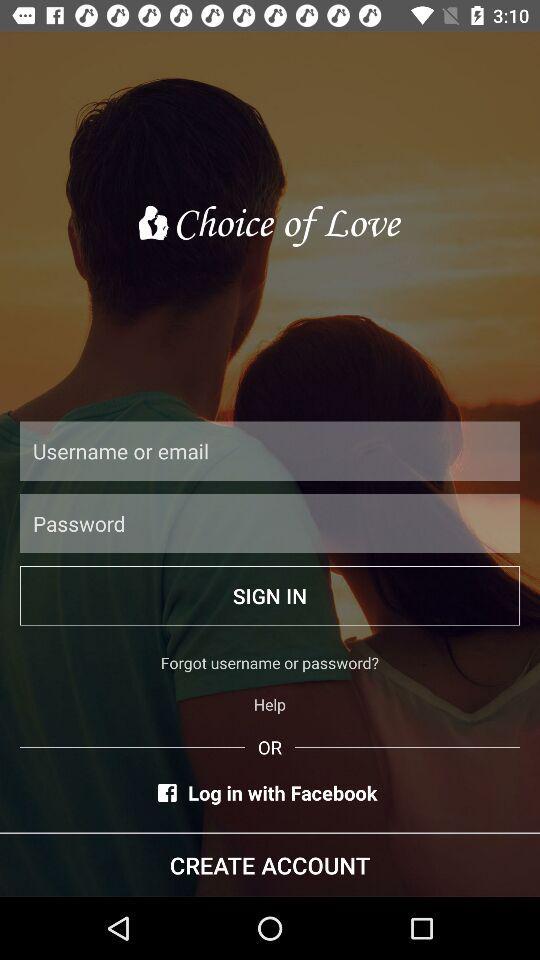  What do you see at coordinates (270, 704) in the screenshot?
I see `the help item` at bounding box center [270, 704].